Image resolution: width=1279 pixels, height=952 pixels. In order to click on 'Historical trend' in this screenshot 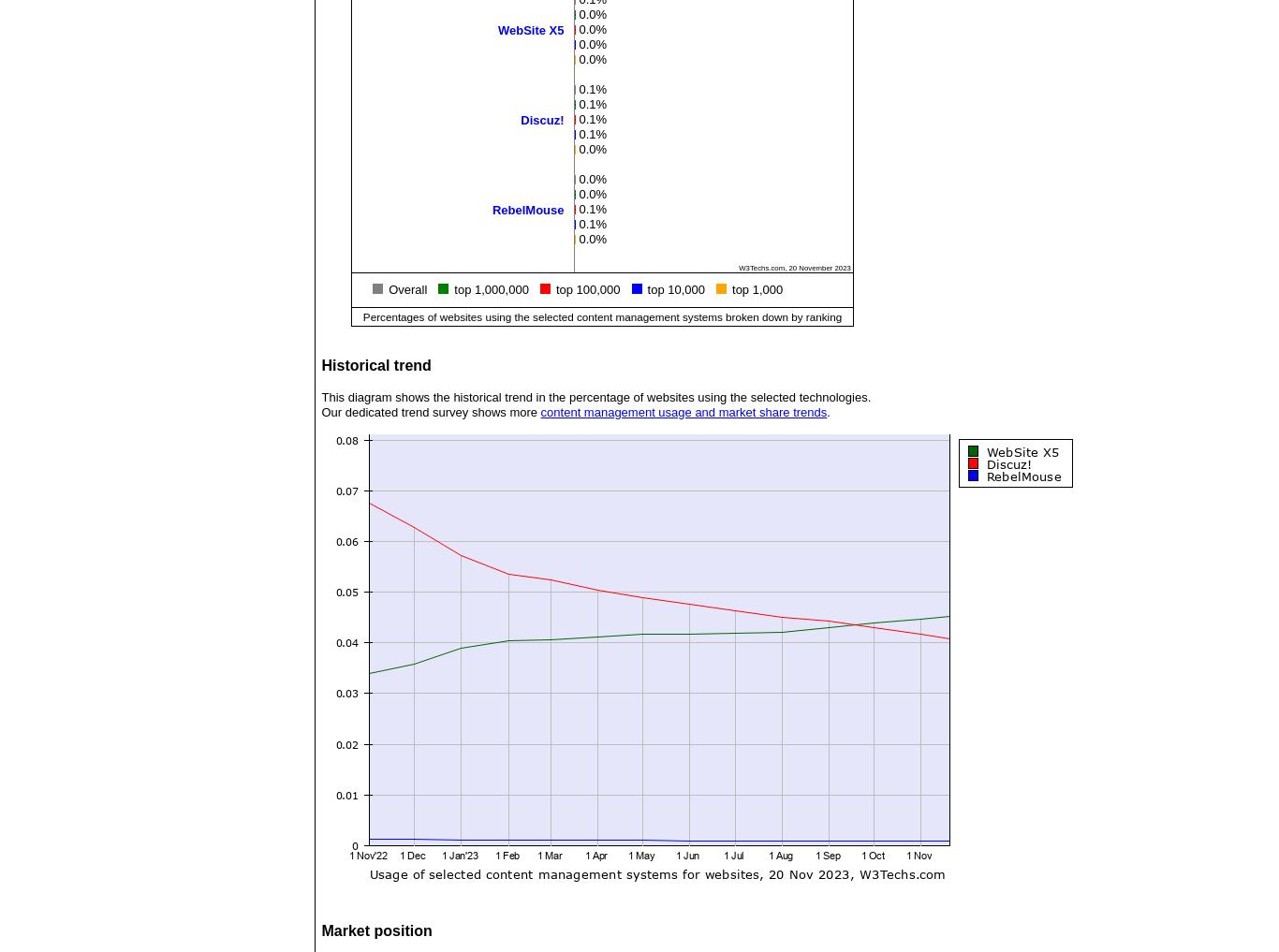, I will do `click(375, 364)`.